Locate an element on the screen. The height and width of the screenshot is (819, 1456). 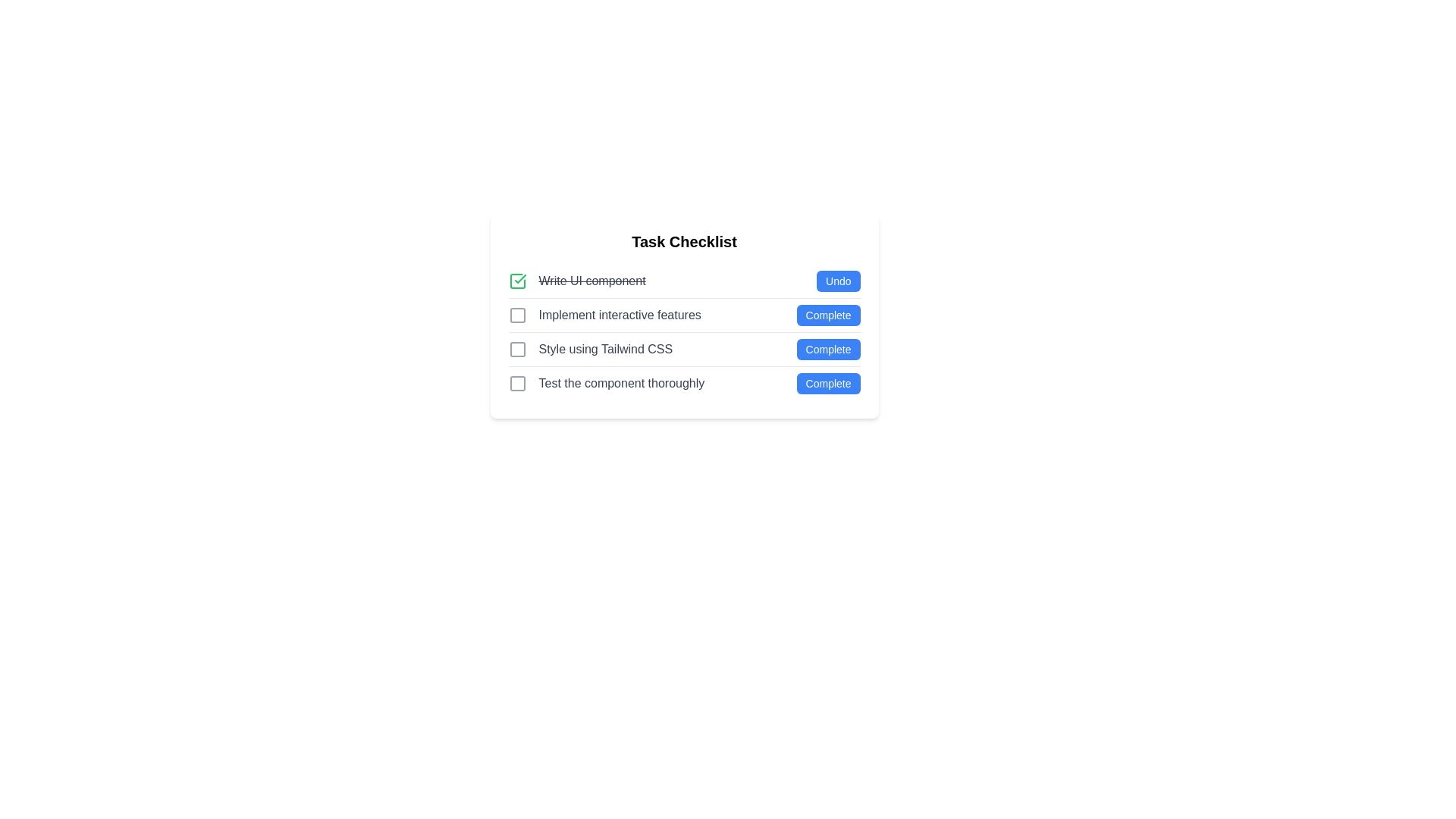
the state of the small rounded square icon indicating the checklist item aligned to the left of the text 'Style using Tailwind CSS' is located at coordinates (517, 350).